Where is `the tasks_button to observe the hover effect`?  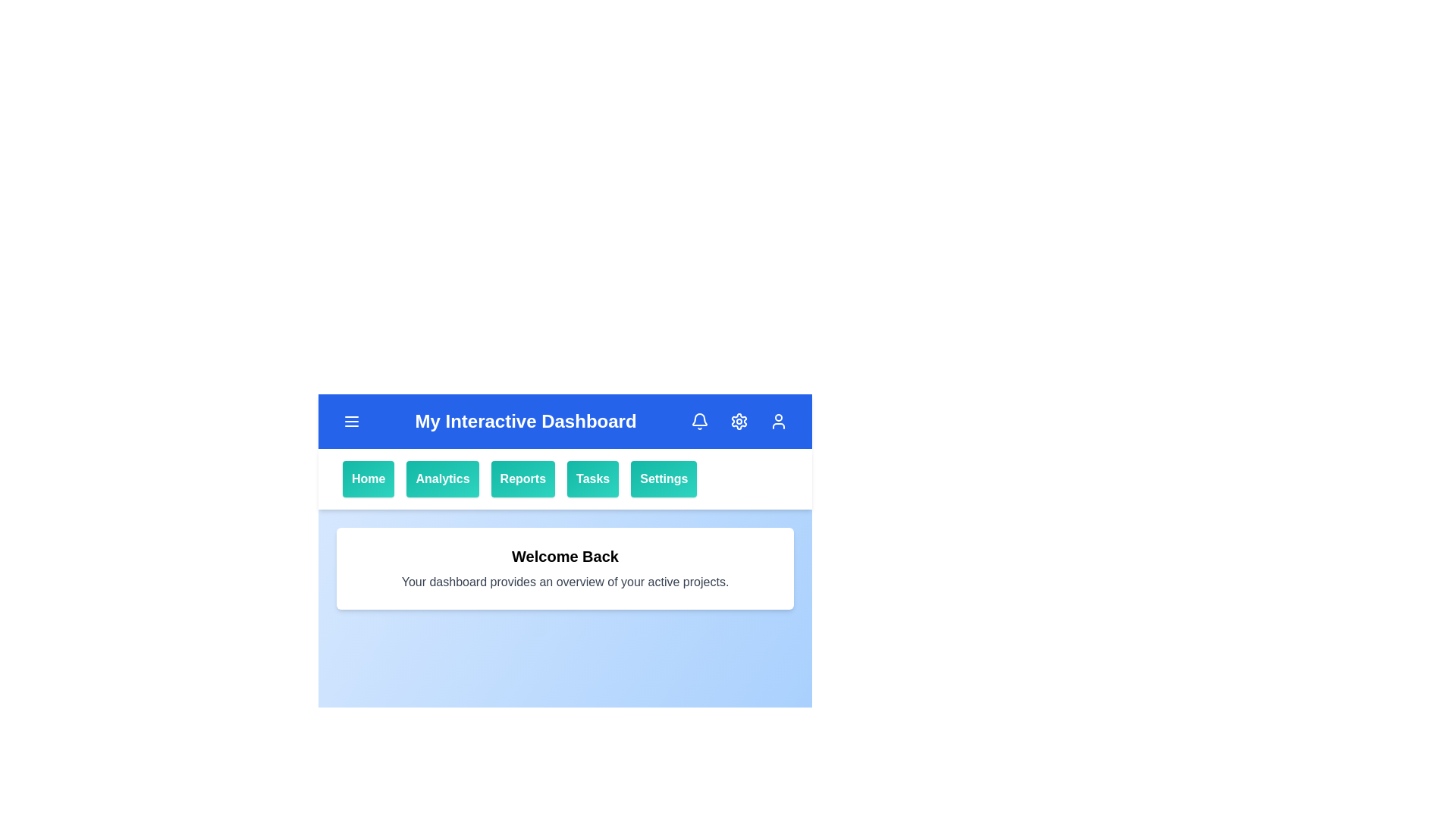 the tasks_button to observe the hover effect is located at coordinates (592, 479).